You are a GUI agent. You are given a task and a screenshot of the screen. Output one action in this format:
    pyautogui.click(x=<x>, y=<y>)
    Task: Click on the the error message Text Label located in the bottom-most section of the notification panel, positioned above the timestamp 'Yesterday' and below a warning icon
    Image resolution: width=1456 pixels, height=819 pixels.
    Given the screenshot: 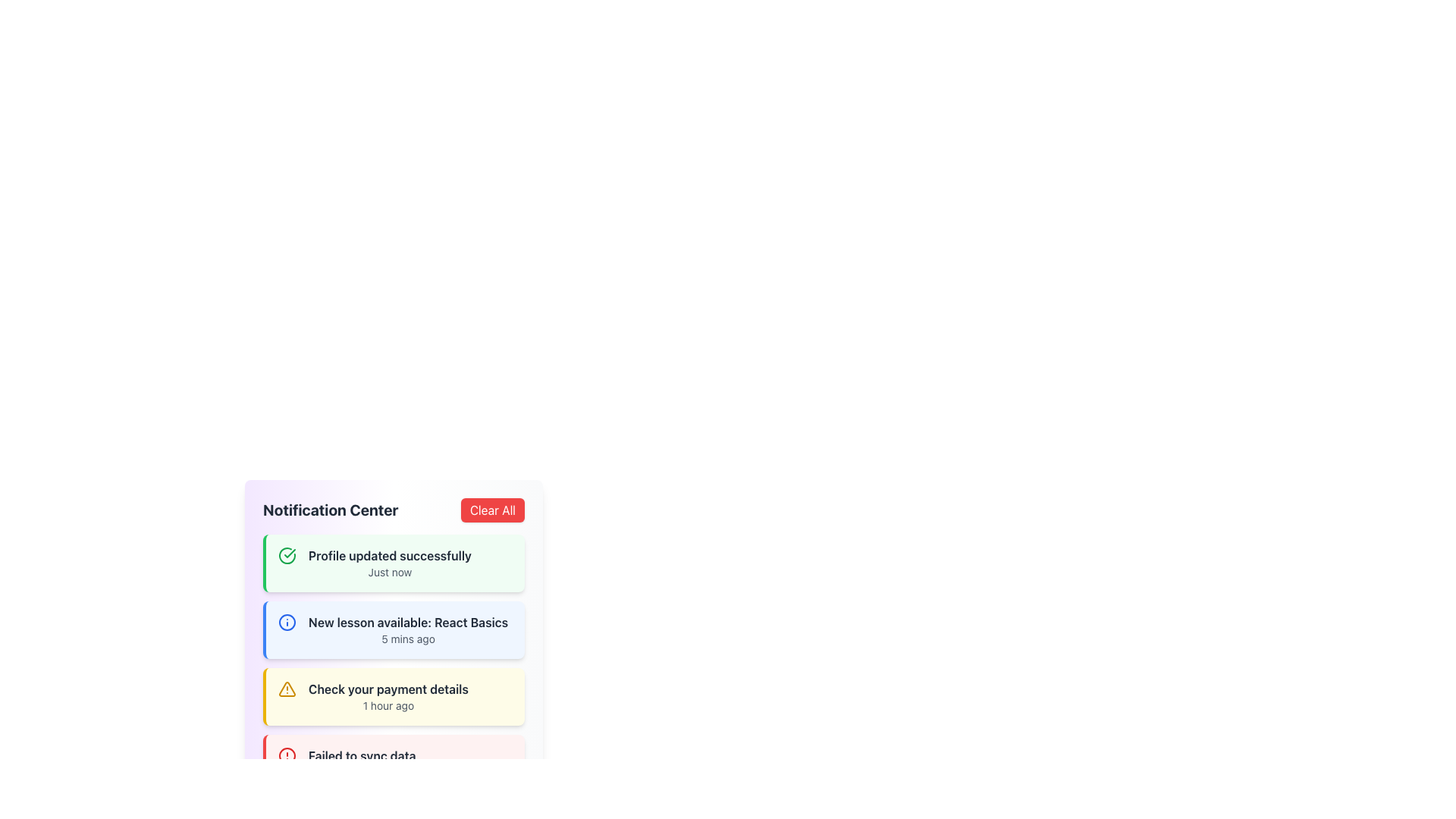 What is the action you would take?
    pyautogui.click(x=361, y=755)
    